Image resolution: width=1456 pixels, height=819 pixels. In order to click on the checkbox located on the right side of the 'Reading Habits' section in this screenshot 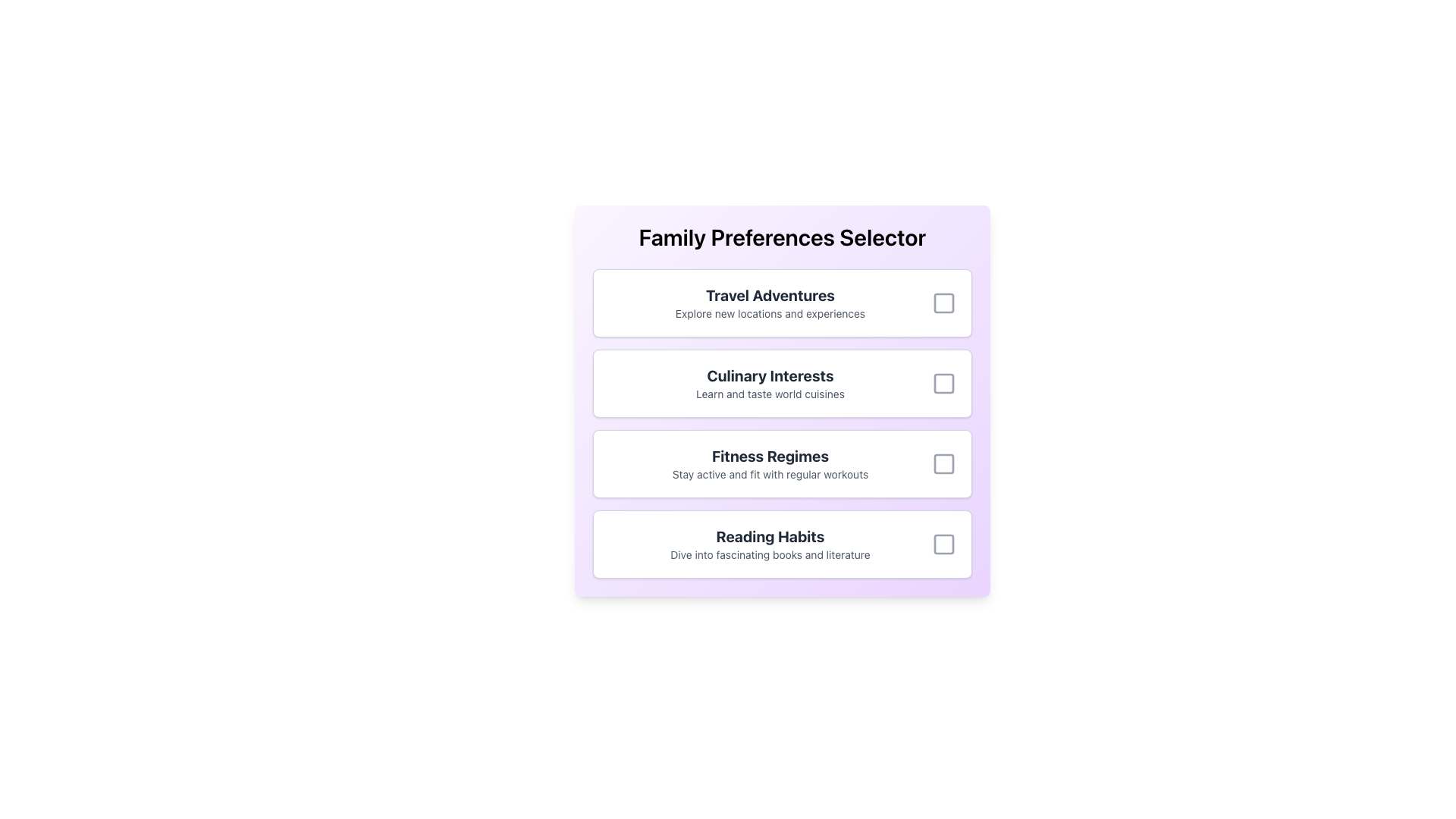, I will do `click(943, 543)`.